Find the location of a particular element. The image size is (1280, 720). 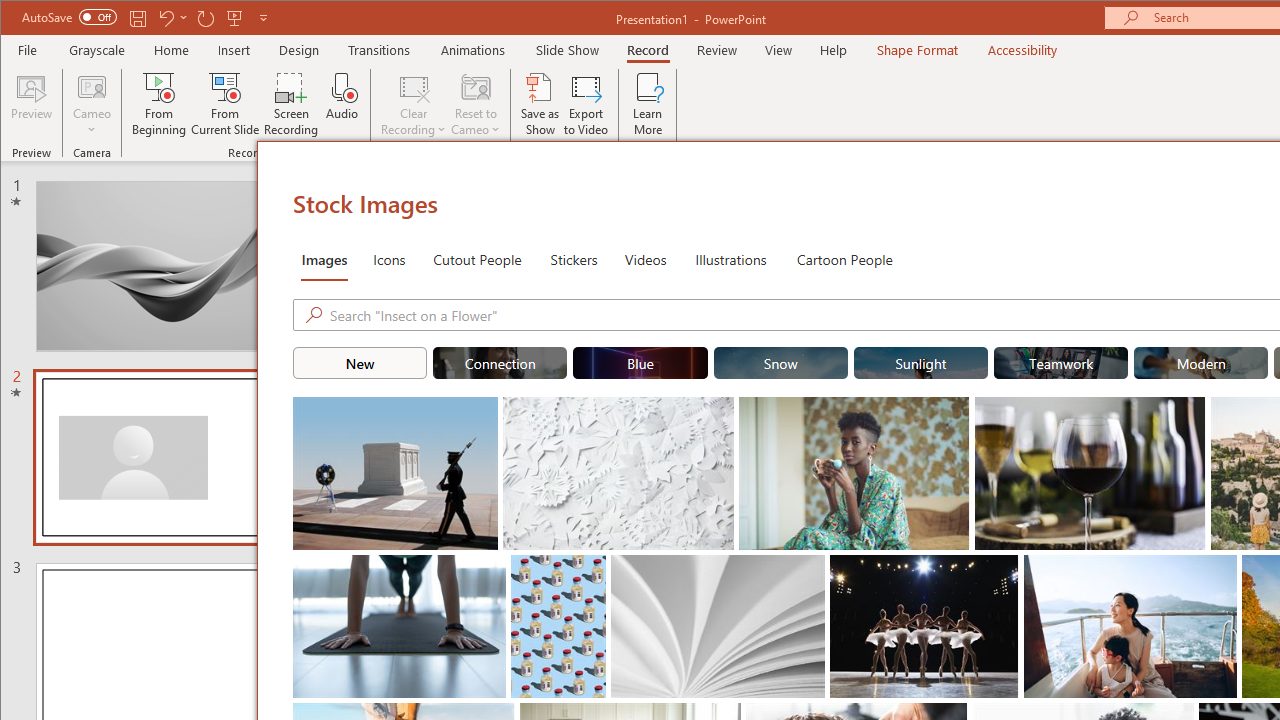

'Stickers' is located at coordinates (573, 257).